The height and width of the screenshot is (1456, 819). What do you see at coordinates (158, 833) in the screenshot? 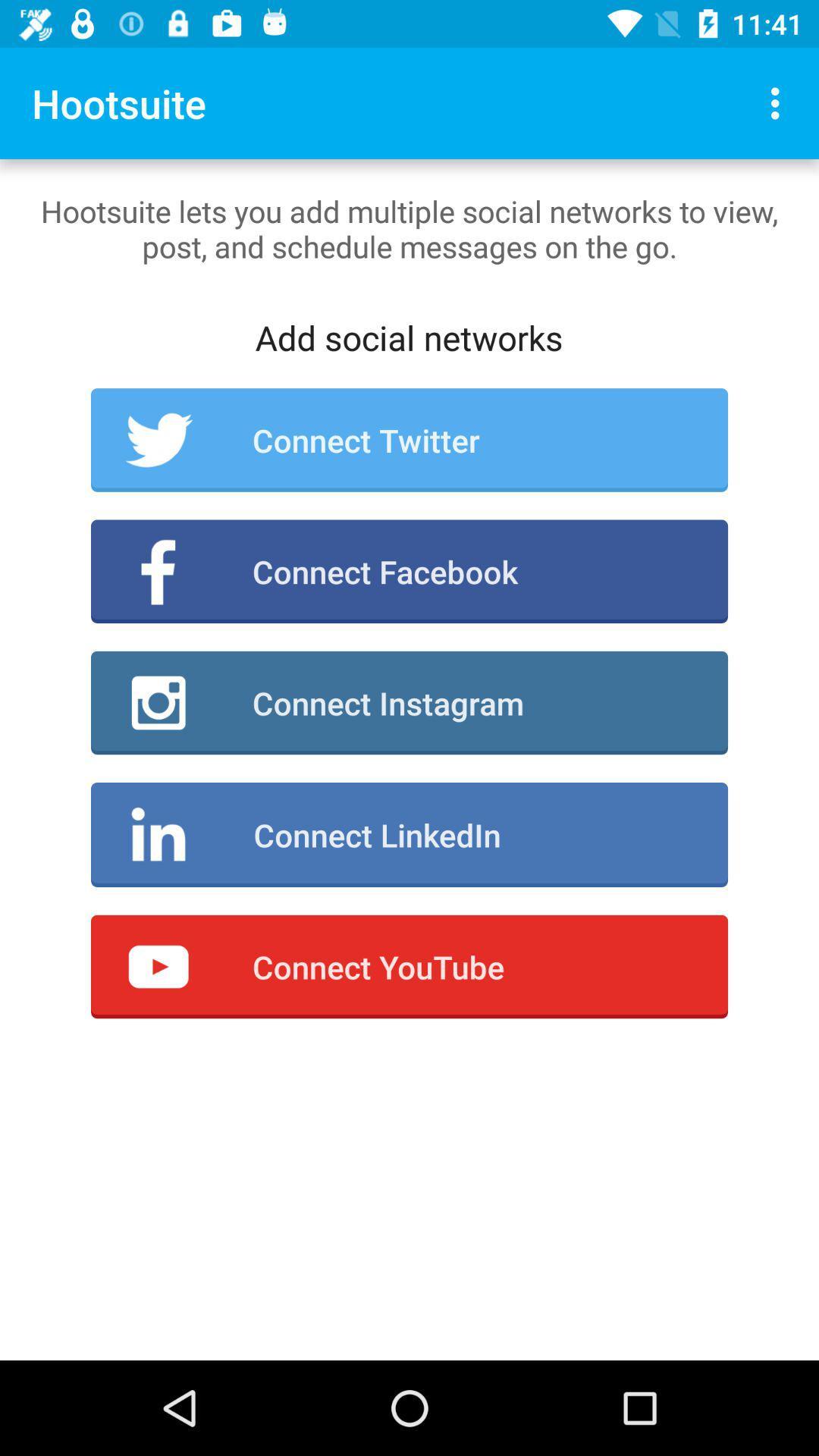
I see `the icon at right side of connect linkedin` at bounding box center [158, 833].